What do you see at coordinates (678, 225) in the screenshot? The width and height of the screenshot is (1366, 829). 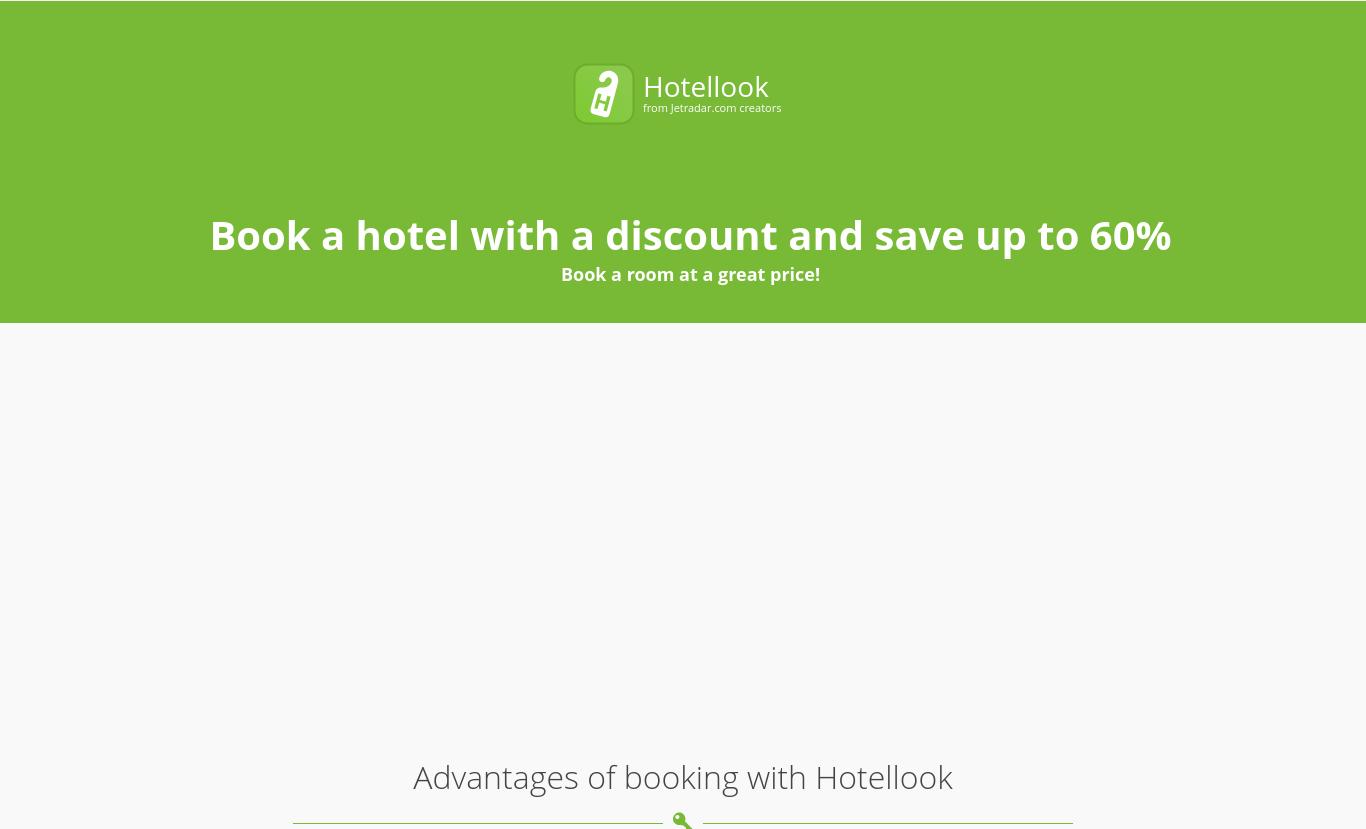 I see `'We compare room prices from 70 different hotel booking services, enabling you to pick the most affordable offers that are not even listed on each service separately'` at bounding box center [678, 225].